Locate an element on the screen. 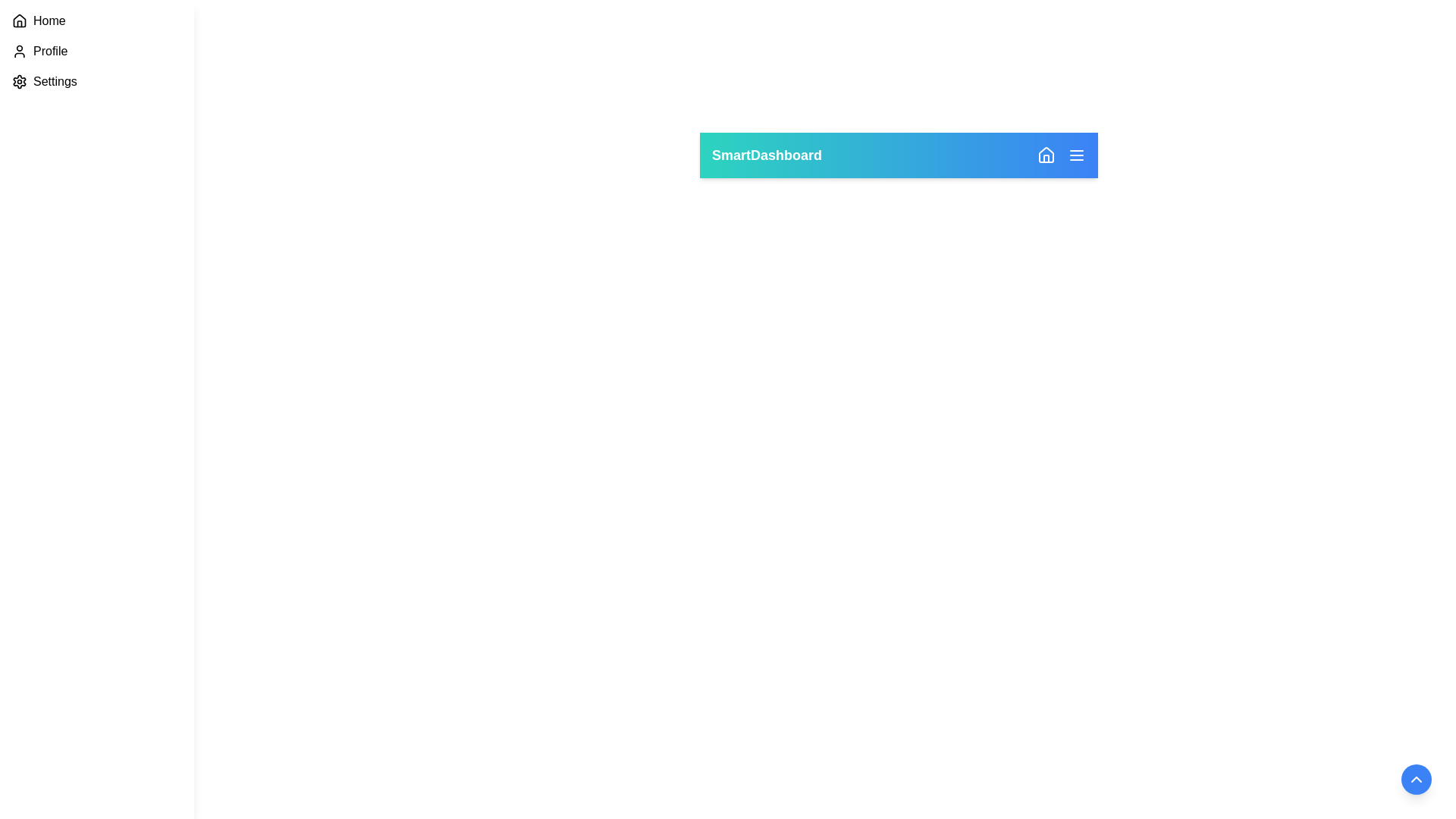 The image size is (1456, 819). the settings icon (gear icon) located in the sidebar menu next to the 'Settings' text is located at coordinates (19, 82).